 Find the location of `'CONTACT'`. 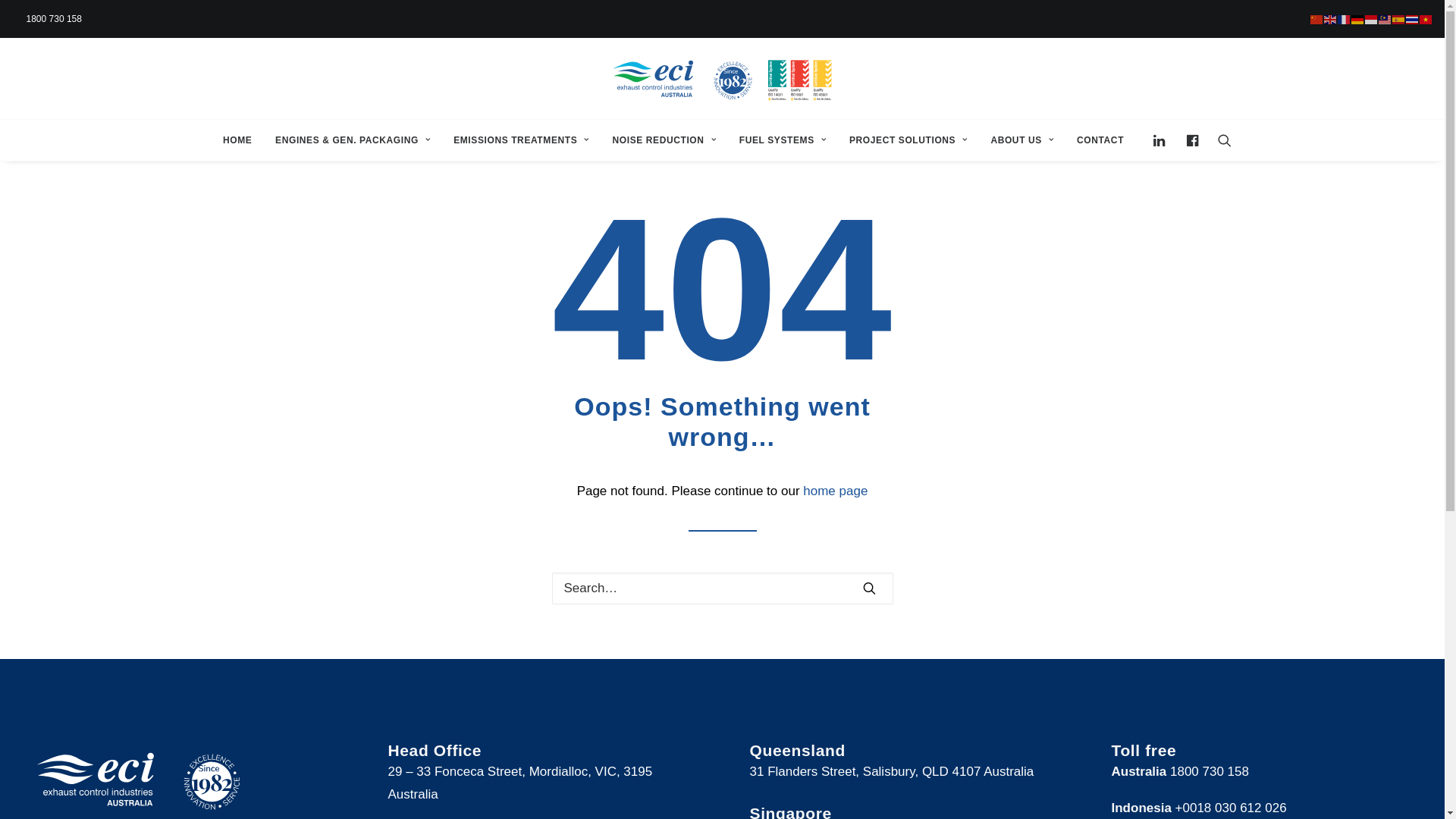

'CONTACT' is located at coordinates (1095, 140).